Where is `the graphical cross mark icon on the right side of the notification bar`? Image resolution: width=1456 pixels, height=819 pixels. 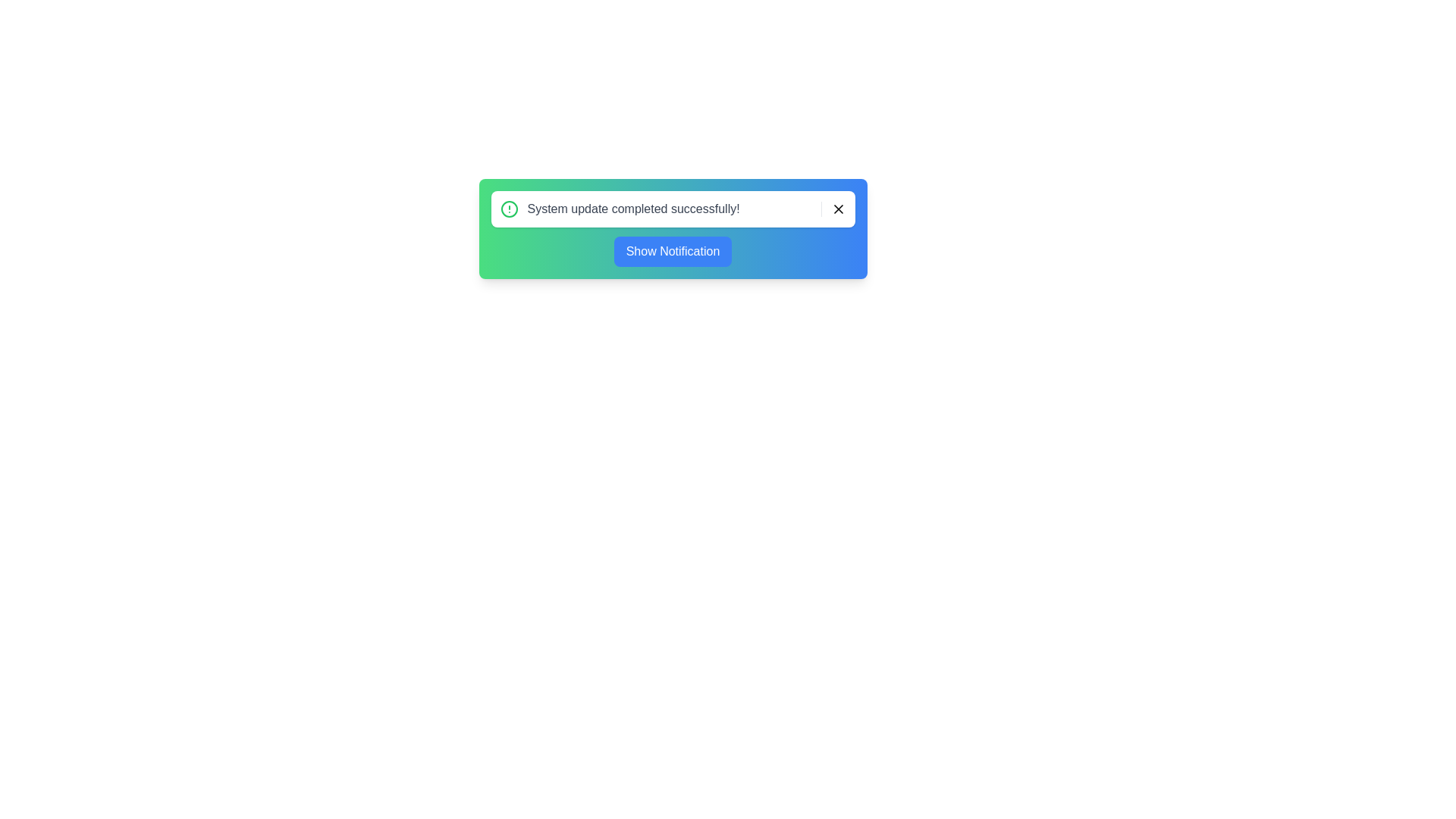 the graphical cross mark icon on the right side of the notification bar is located at coordinates (837, 209).